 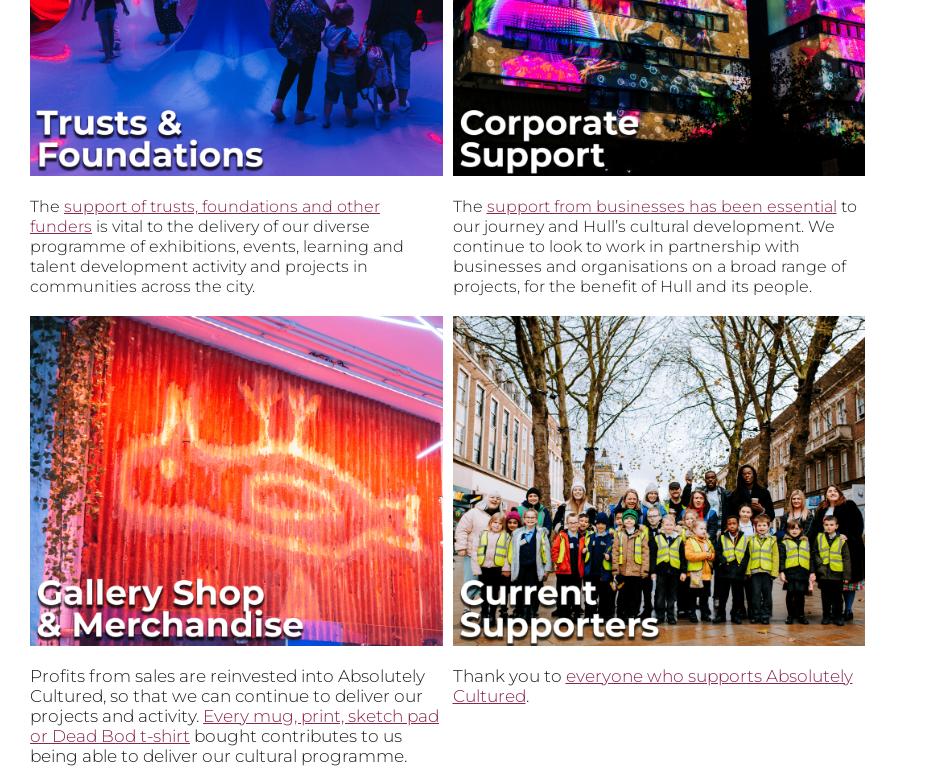 I want to click on 'Profits from sales are reinvested into Absolutely Cultured, so that we can continue to deliver our projects and activity.', so click(x=227, y=695).